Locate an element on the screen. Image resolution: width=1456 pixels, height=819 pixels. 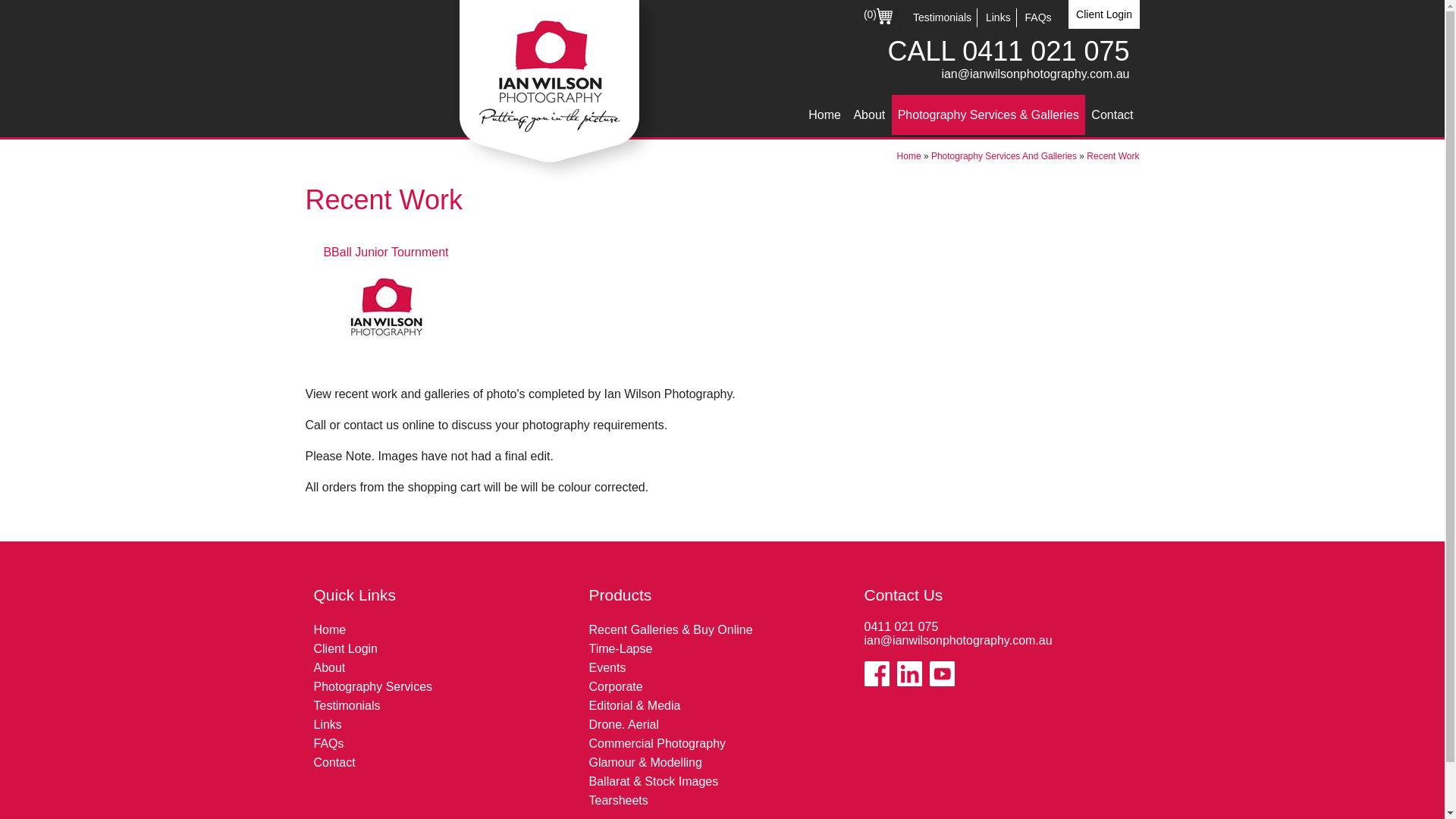
'Time-Lapse' is located at coordinates (588, 648).